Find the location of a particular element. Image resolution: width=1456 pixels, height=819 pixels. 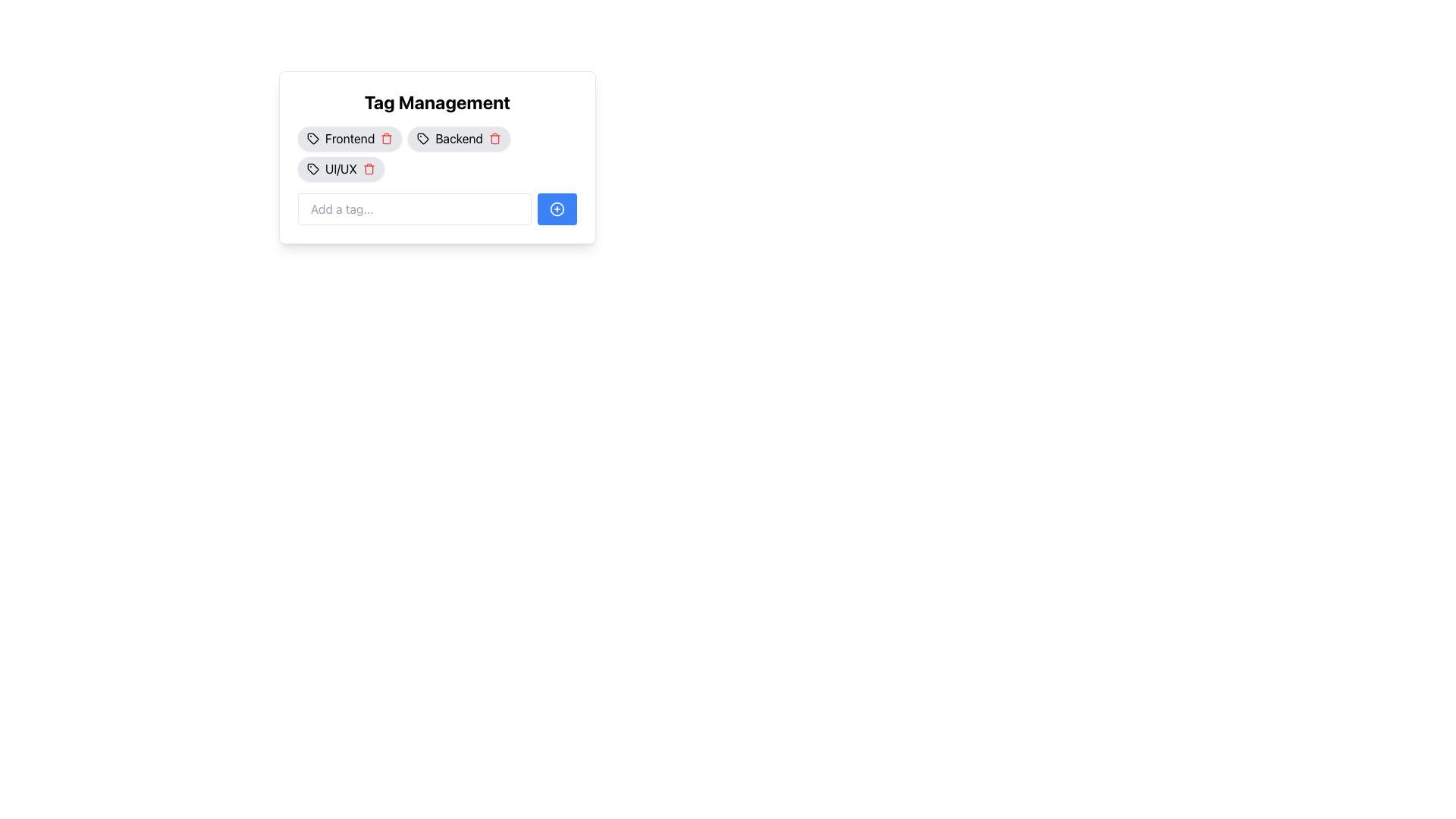

the text label for the tag named 'Backend' in the tag management interface is located at coordinates (458, 138).